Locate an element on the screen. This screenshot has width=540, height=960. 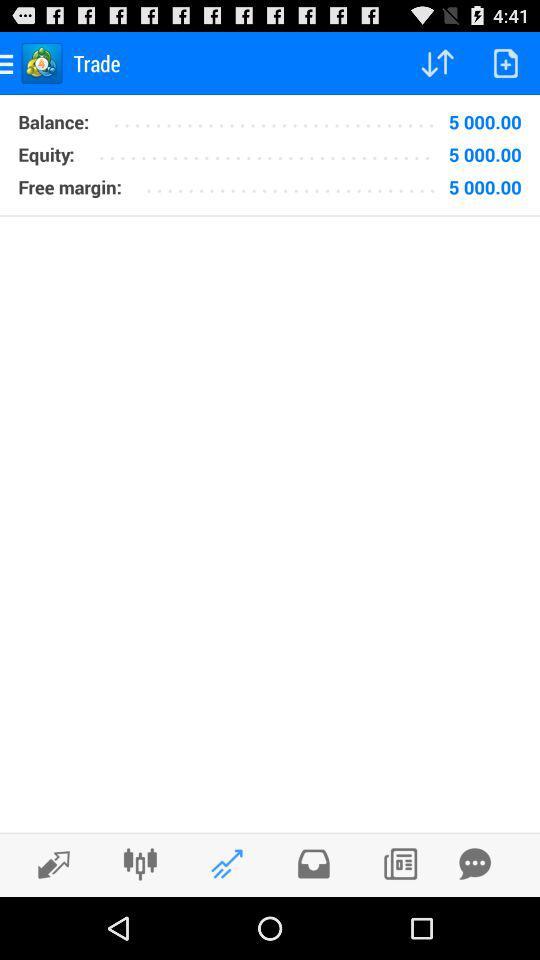
the sliders icon is located at coordinates (139, 924).